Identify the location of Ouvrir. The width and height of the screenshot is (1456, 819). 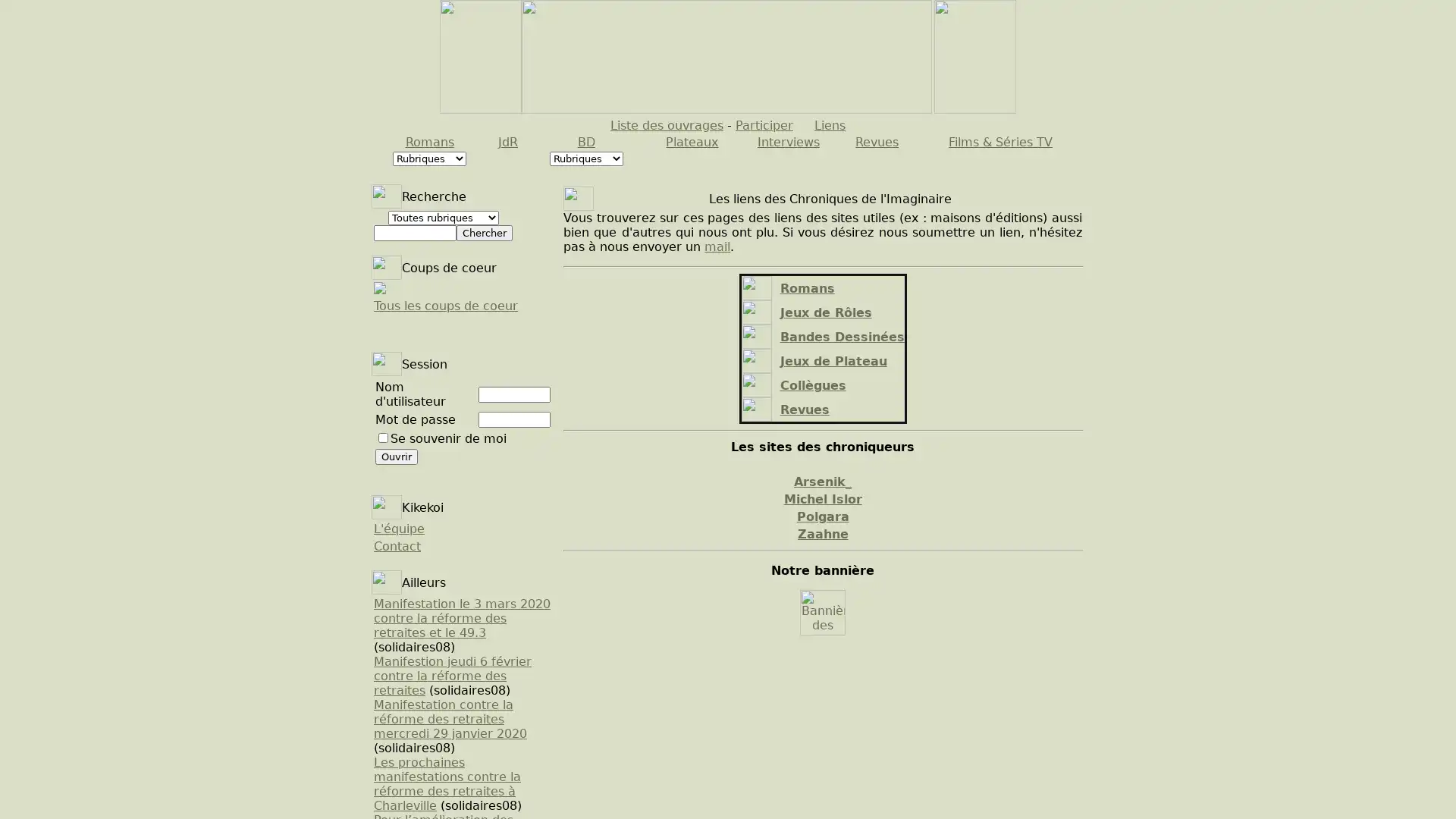
(397, 456).